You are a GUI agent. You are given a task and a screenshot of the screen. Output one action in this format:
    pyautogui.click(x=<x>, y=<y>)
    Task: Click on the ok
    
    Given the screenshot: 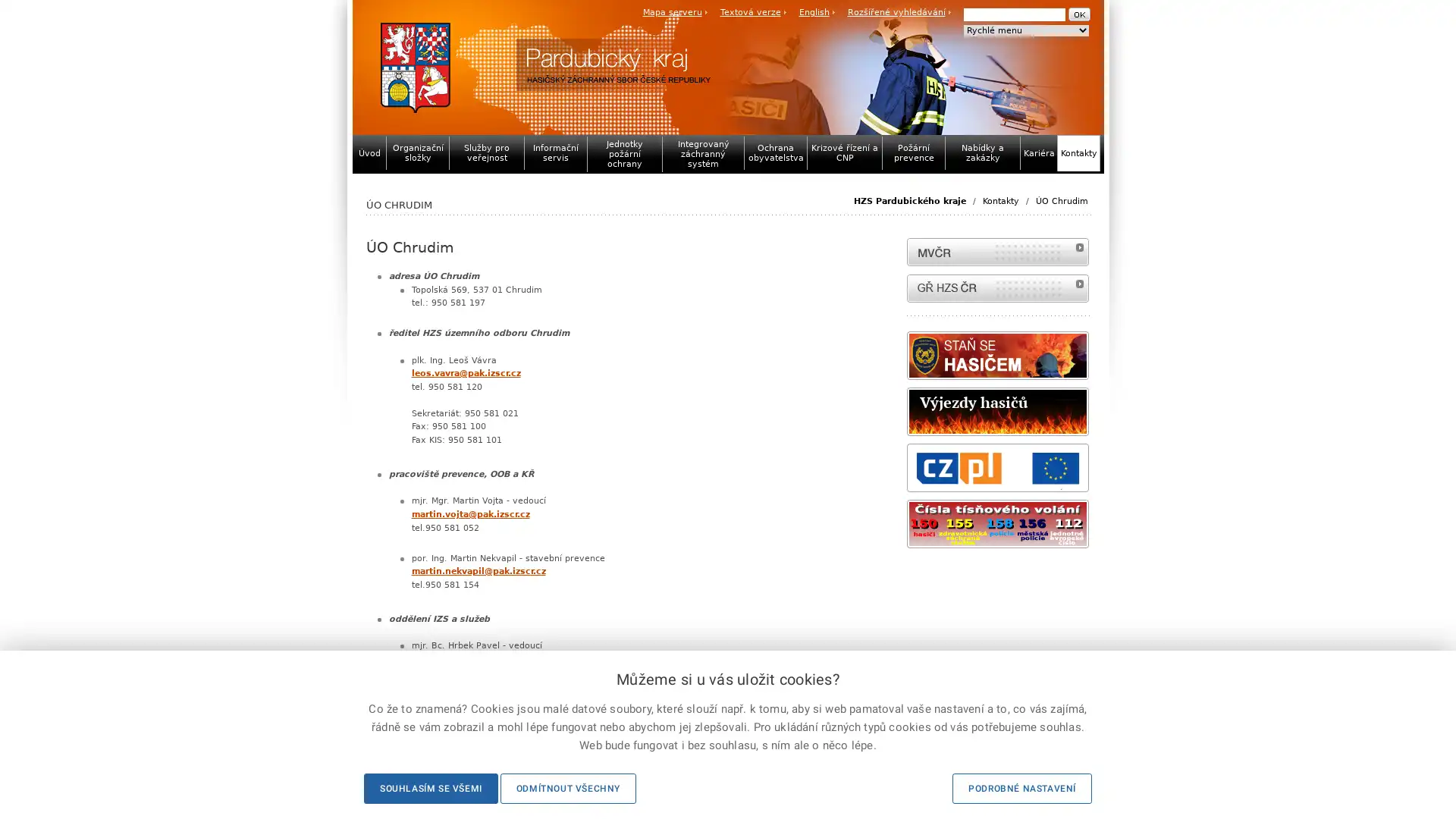 What is the action you would take?
    pyautogui.click(x=1078, y=14)
    